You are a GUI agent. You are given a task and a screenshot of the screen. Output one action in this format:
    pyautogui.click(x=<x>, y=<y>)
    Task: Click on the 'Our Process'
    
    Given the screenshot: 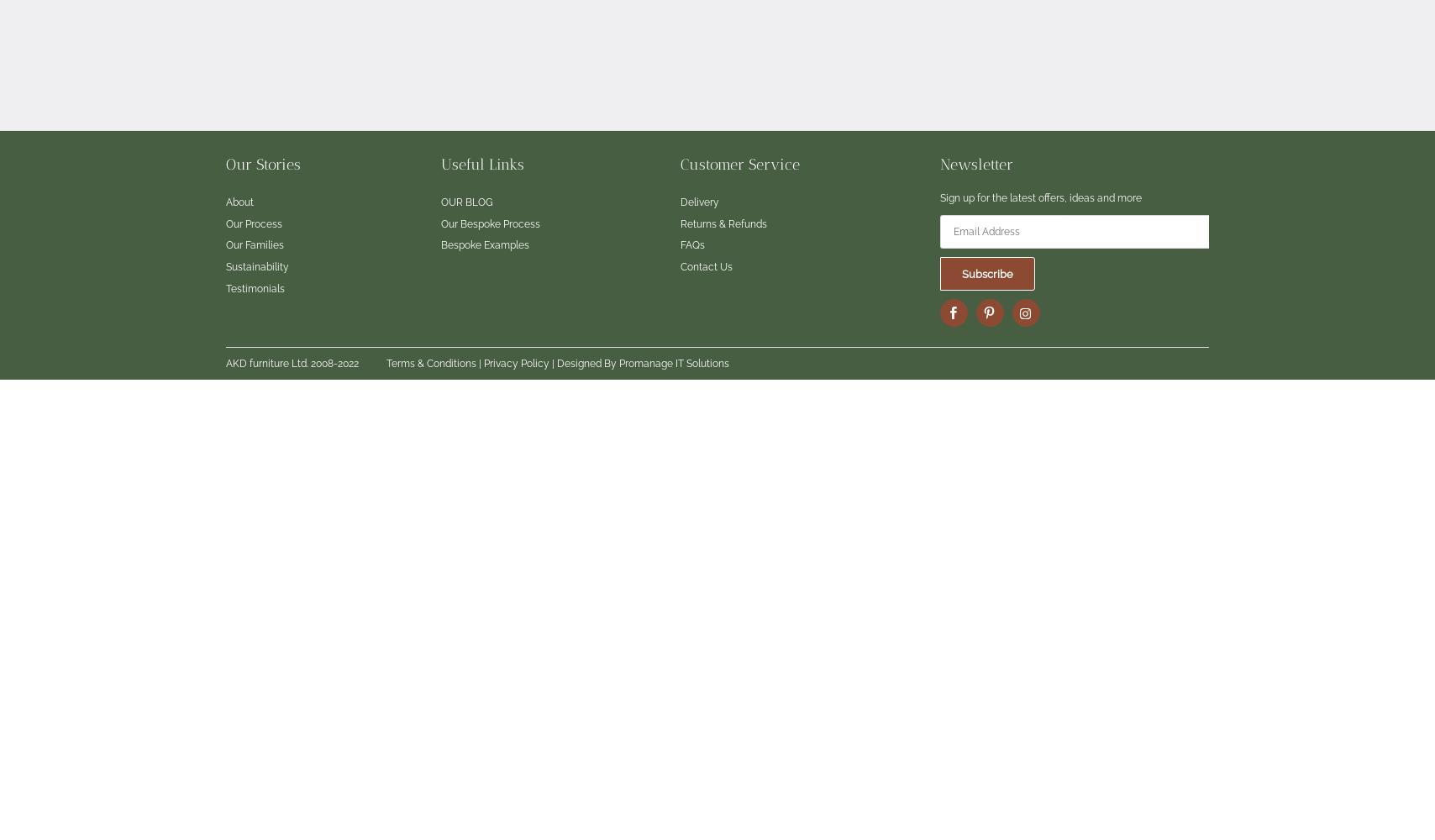 What is the action you would take?
    pyautogui.click(x=254, y=223)
    